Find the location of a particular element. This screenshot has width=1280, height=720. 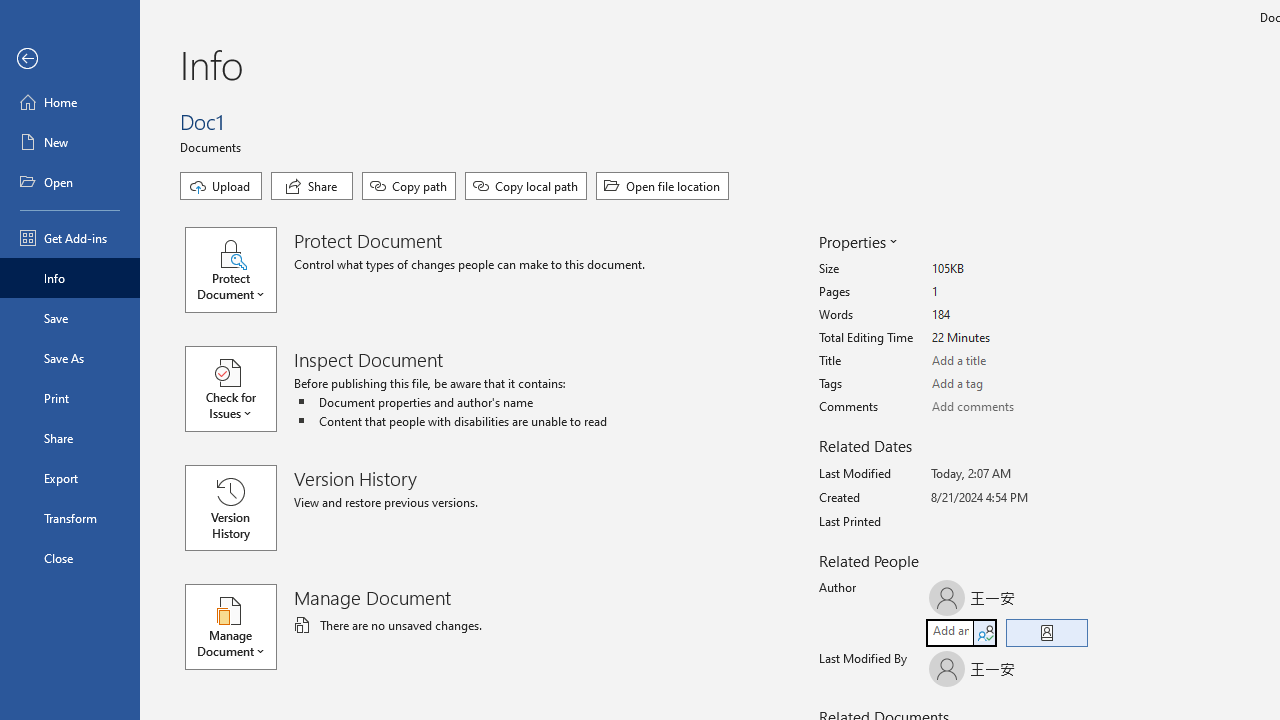

'Size' is located at coordinates (1006, 268).